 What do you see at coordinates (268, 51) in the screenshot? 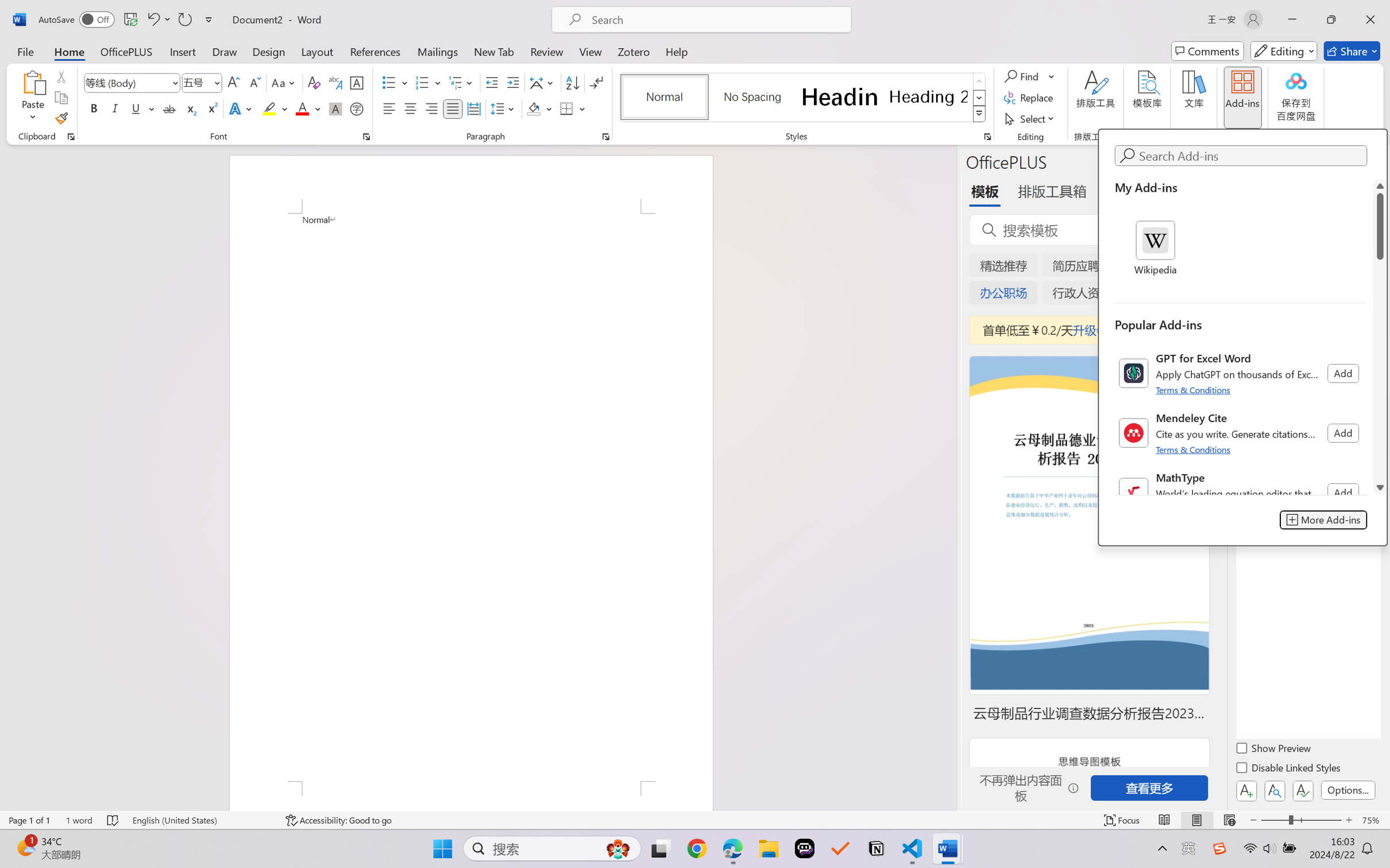
I see `'Design'` at bounding box center [268, 51].